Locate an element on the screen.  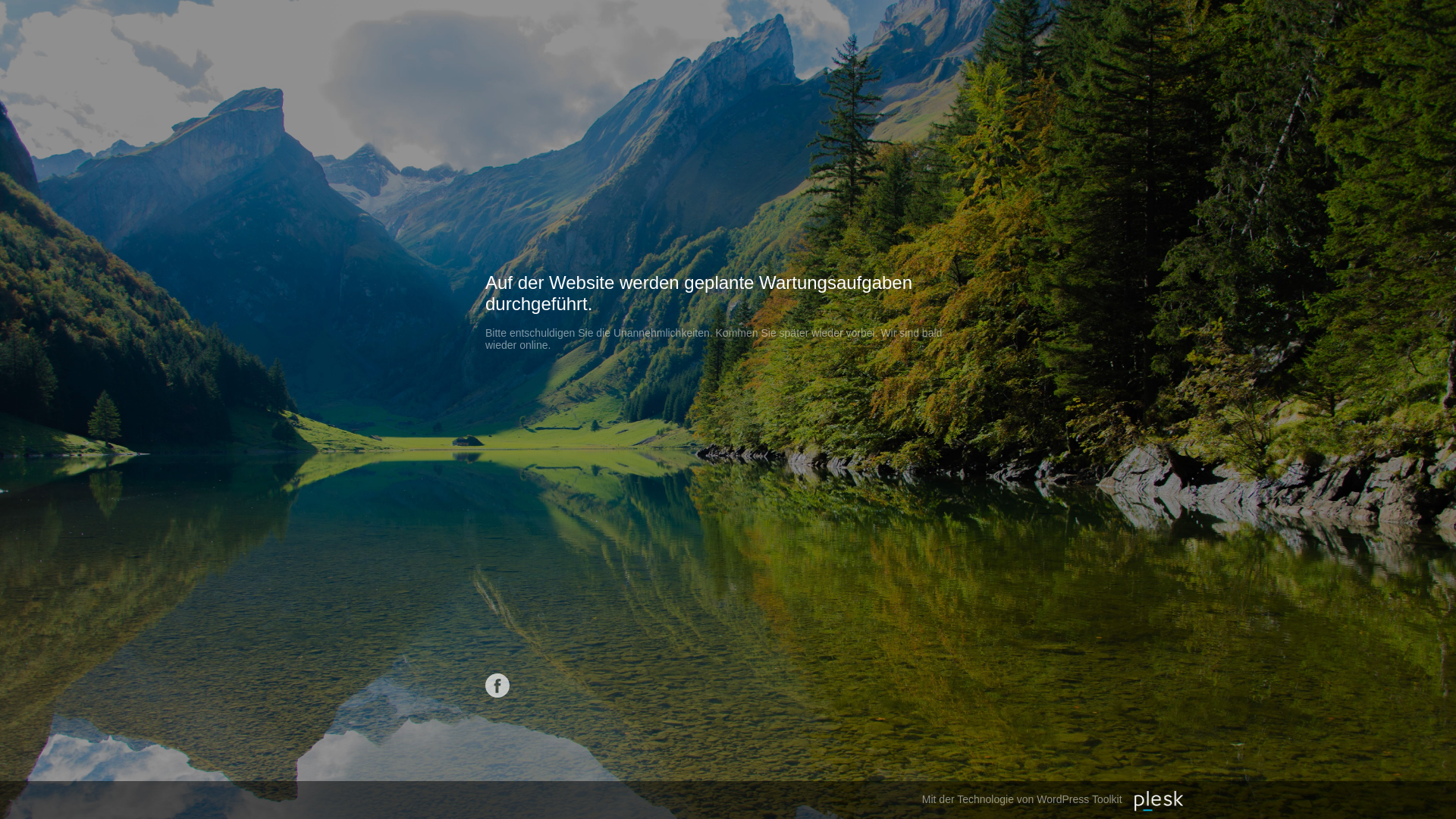
'Facebook' is located at coordinates (497, 685).